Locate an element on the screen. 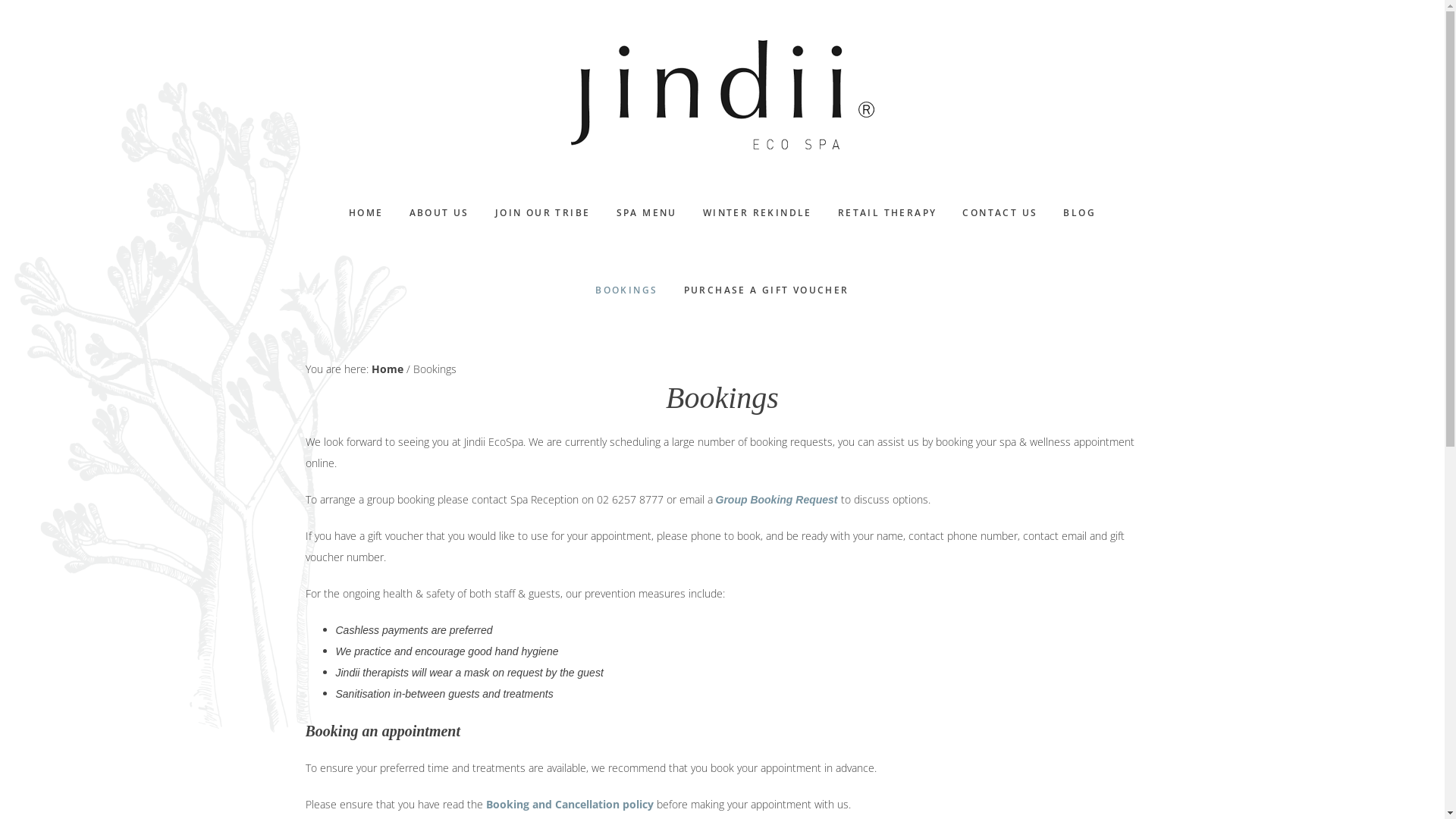 This screenshot has height=819, width=1456. 'WINTER REKINDLE' is located at coordinates (691, 213).